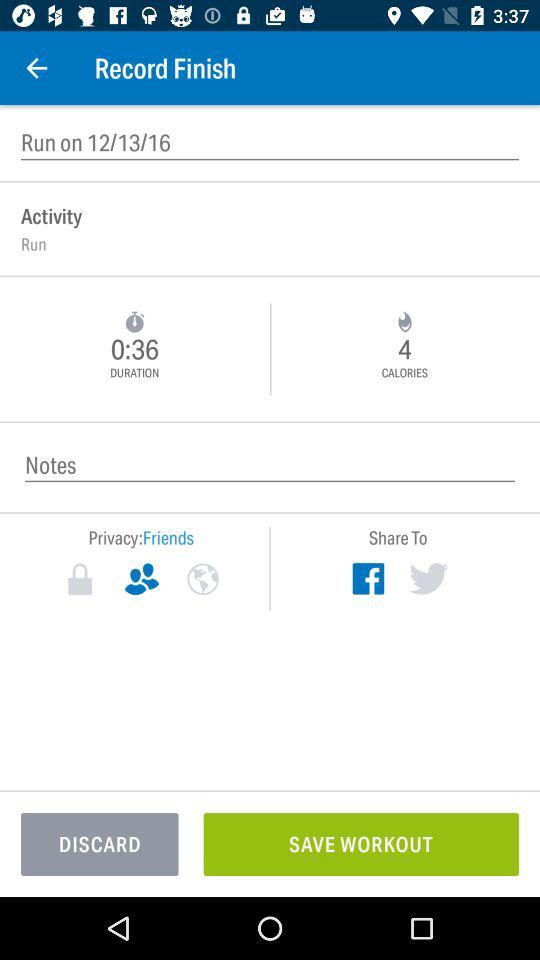  Describe the element at coordinates (367, 578) in the screenshot. I see `the facebook icon` at that location.